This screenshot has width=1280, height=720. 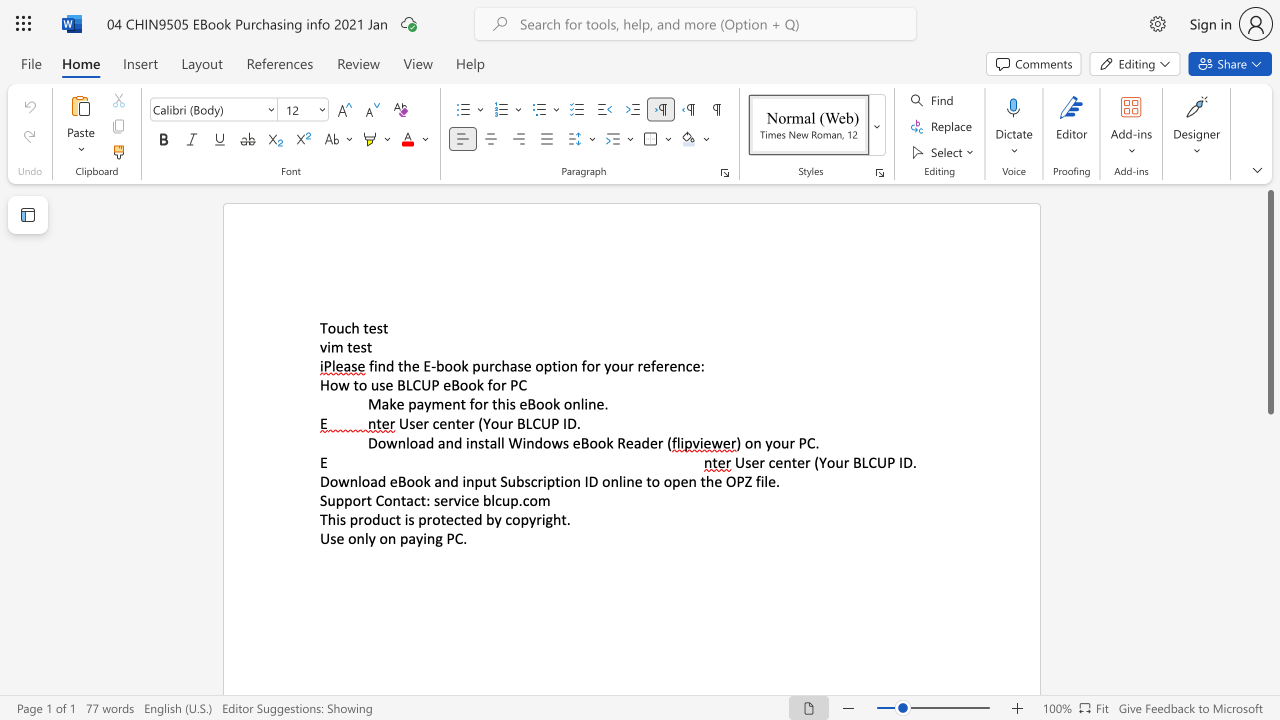 What do you see at coordinates (369, 537) in the screenshot?
I see `the space between the continuous character "l" and "y" in the text` at bounding box center [369, 537].